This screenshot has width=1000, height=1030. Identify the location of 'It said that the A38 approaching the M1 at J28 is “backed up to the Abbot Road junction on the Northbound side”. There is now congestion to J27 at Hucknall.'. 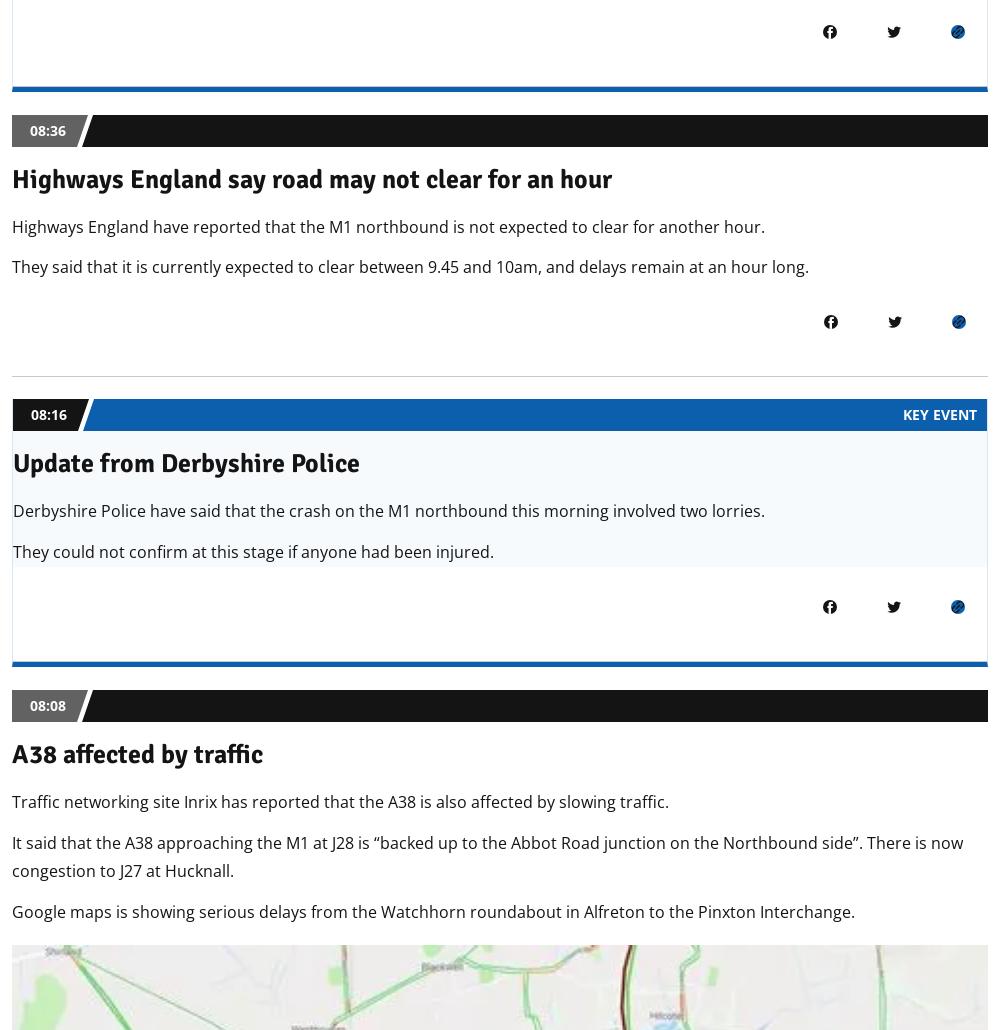
(486, 855).